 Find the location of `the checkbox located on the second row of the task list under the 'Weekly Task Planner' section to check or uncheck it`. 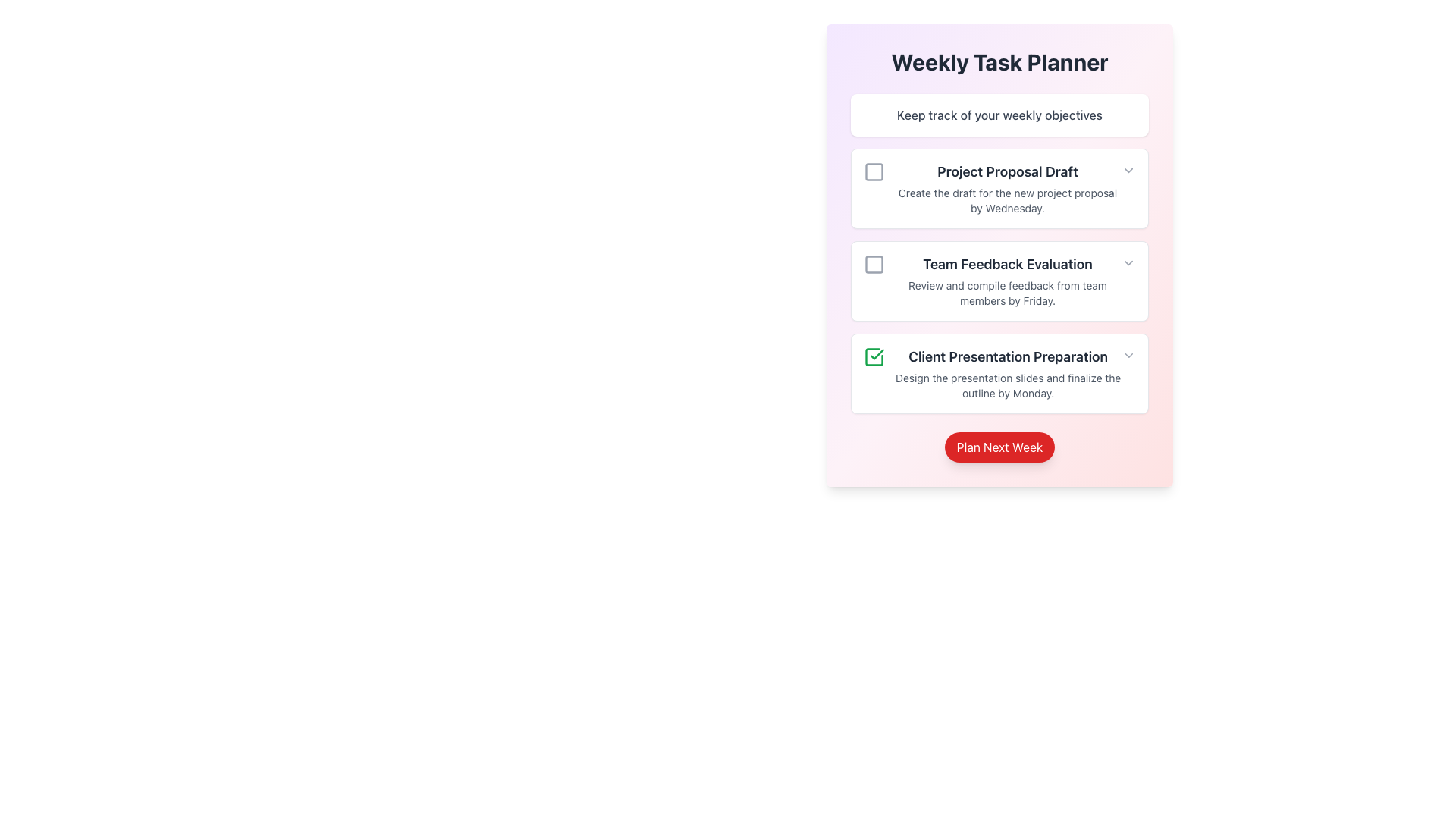

the checkbox located on the second row of the task list under the 'Weekly Task Planner' section to check or uncheck it is located at coordinates (874, 263).